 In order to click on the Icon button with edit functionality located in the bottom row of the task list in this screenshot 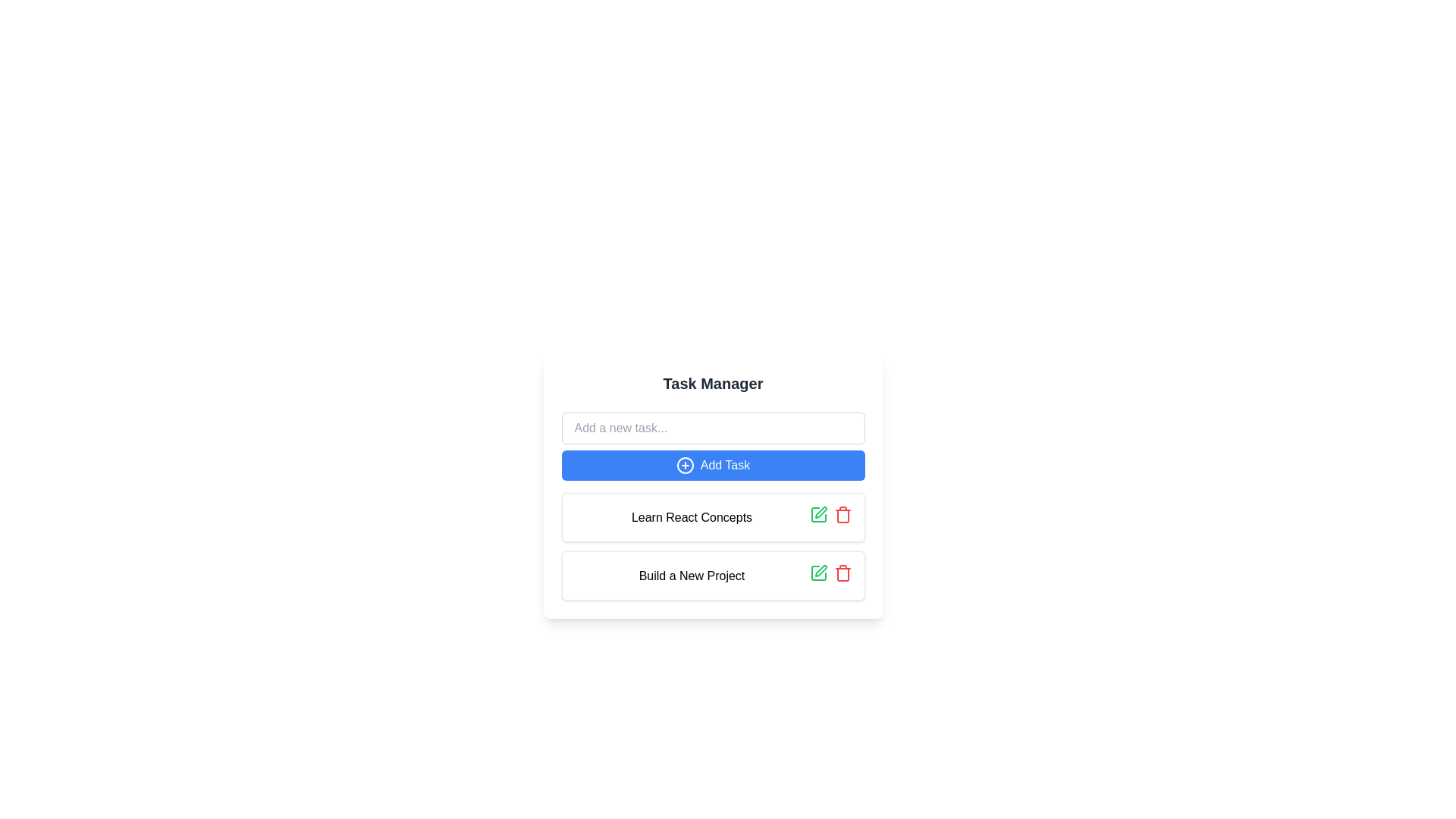, I will do `click(817, 573)`.